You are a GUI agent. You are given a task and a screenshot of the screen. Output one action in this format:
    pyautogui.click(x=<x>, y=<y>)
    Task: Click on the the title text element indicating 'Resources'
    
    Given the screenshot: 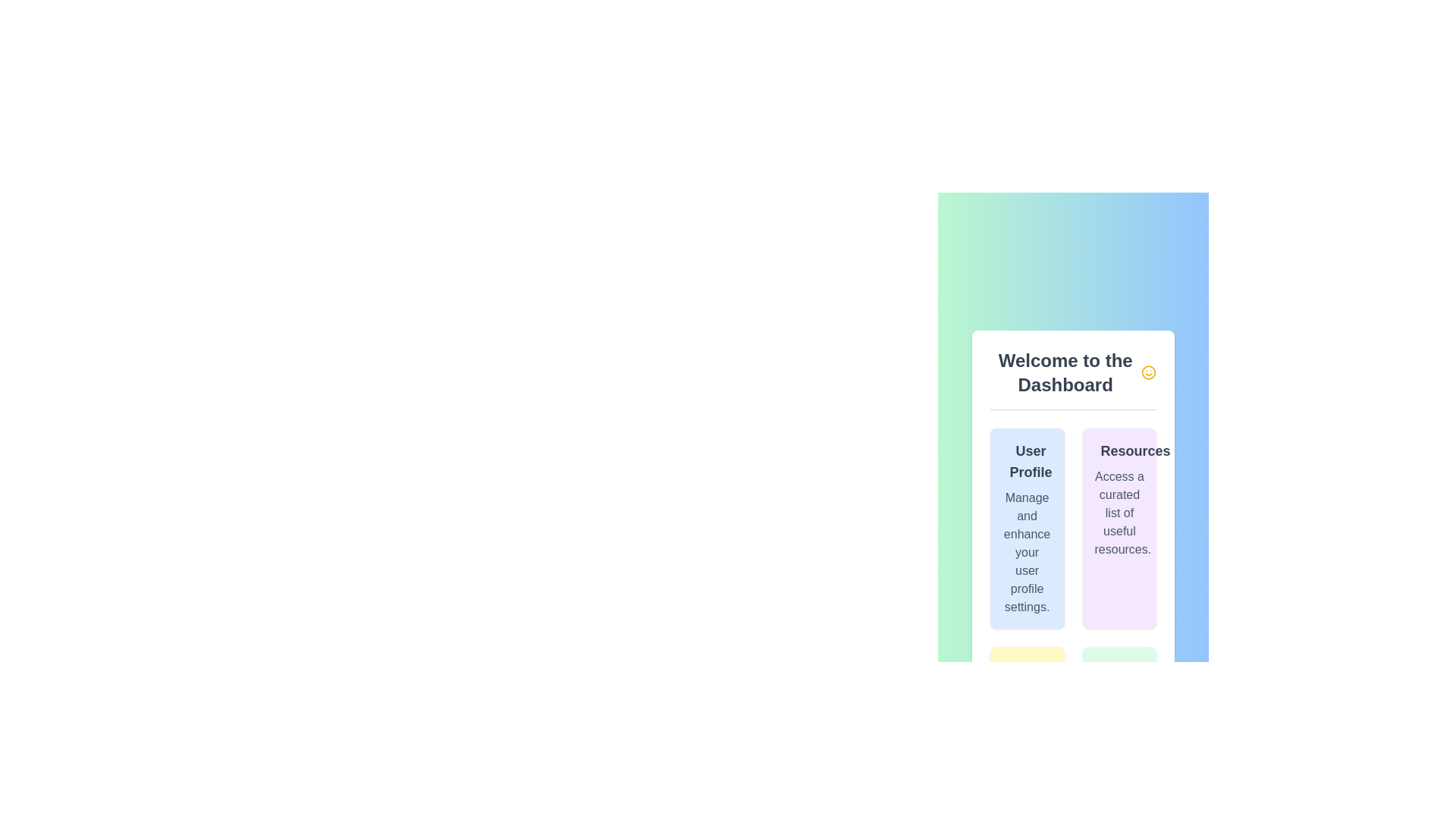 What is the action you would take?
    pyautogui.click(x=1119, y=450)
    